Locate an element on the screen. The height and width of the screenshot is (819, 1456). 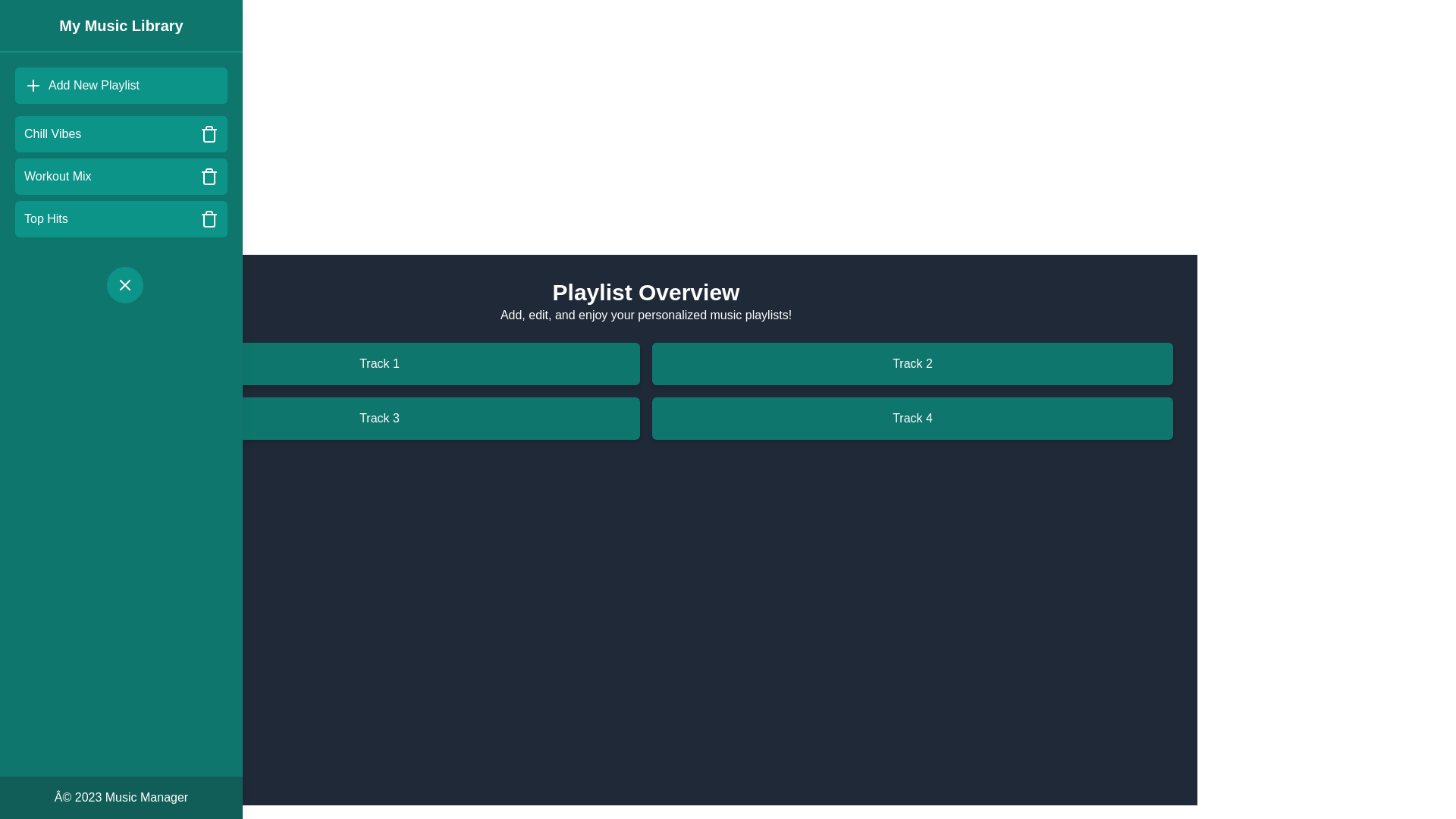
the trash icon located on the right end of the 'Top Hits' entry in the sidebar is located at coordinates (208, 219).